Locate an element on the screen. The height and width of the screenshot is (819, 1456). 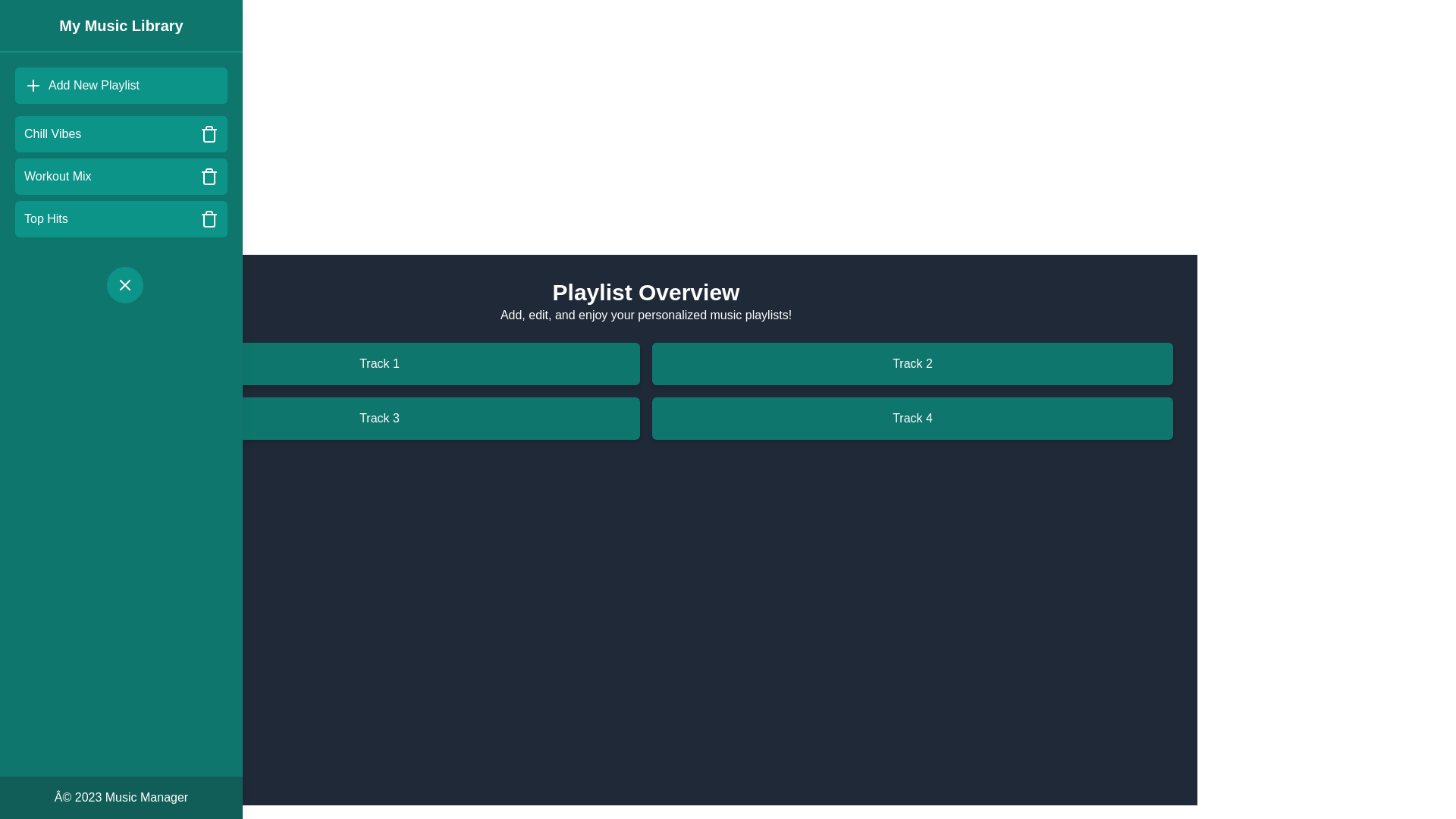
the trash icon located on the right end of the 'Top Hits' entry in the sidebar is located at coordinates (208, 219).